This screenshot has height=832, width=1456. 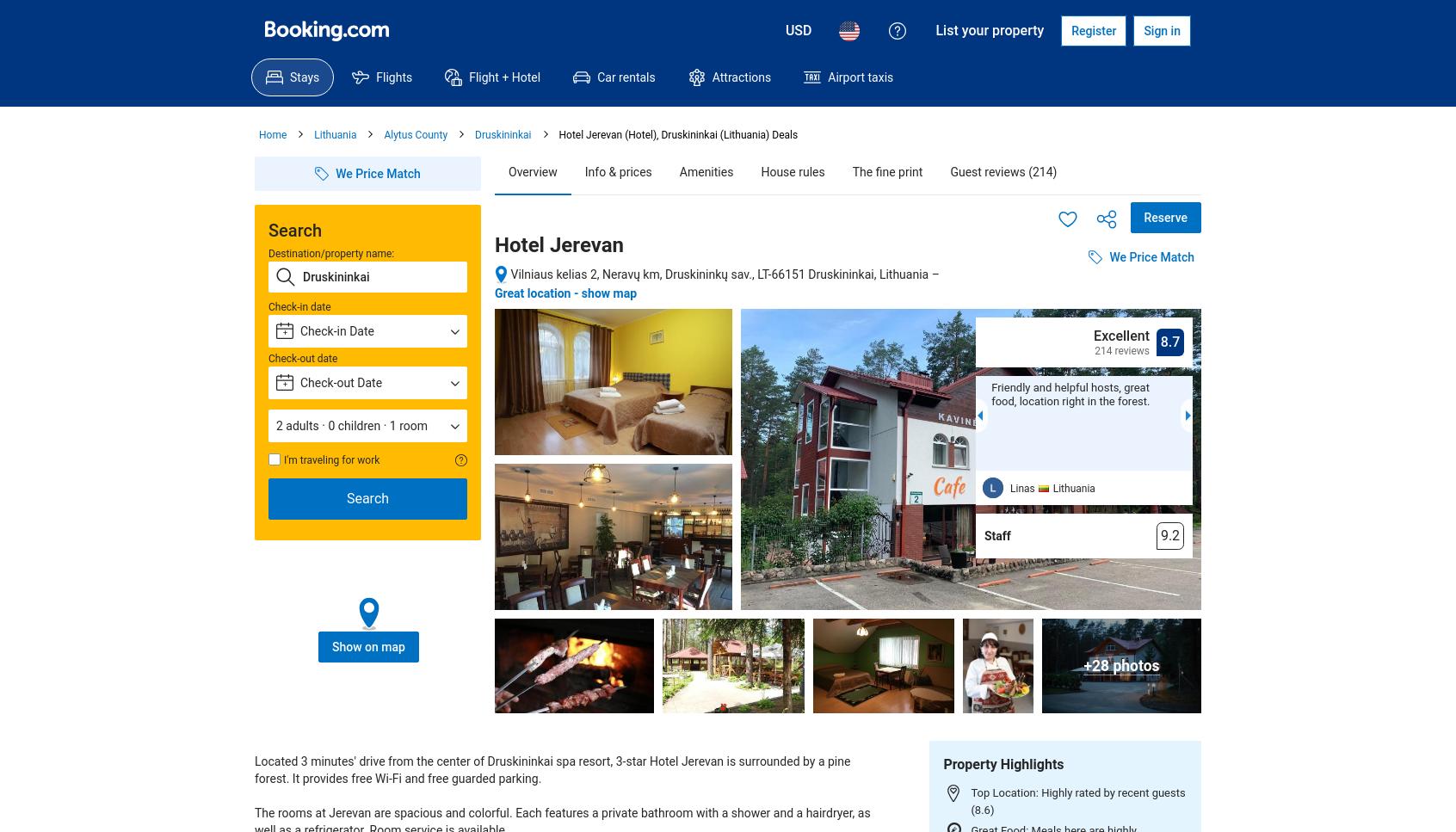 I want to click on 'Friendly and helpful hosts, great food, location right in the forest.', so click(x=1070, y=393).